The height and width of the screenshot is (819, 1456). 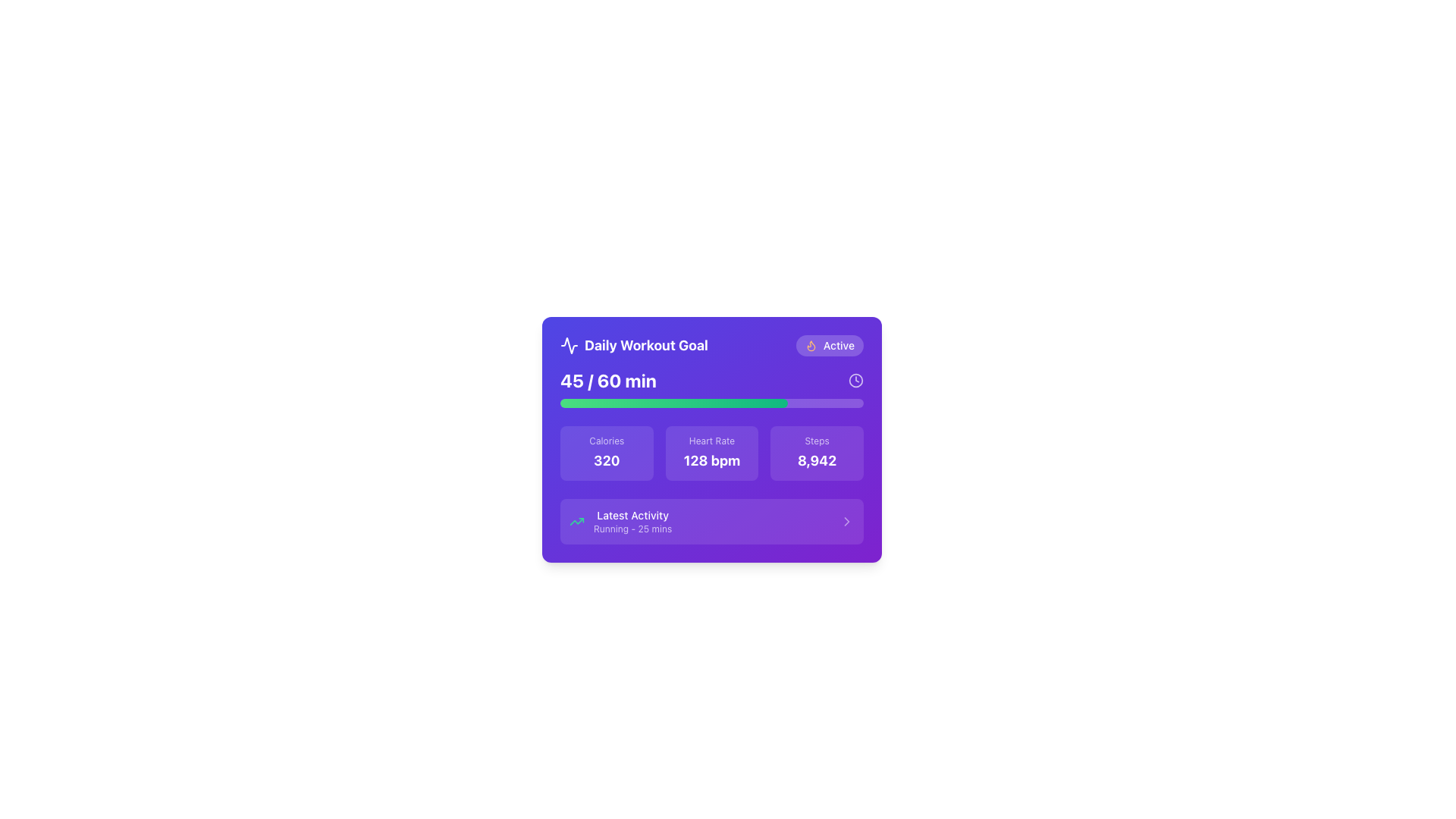 I want to click on the 'Latest Activity' text label, which is displayed in white font on a purple background, so click(x=632, y=514).